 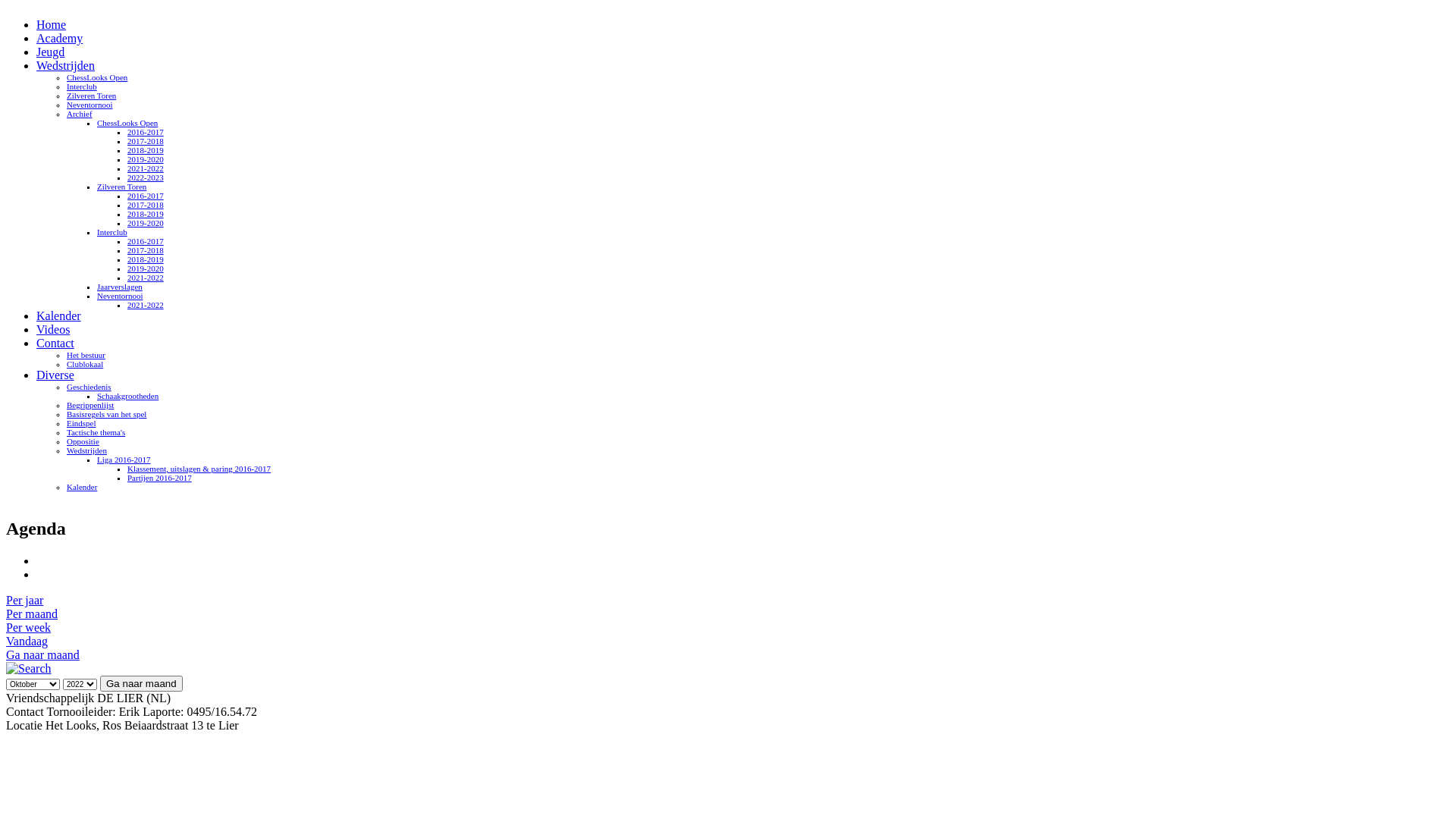 I want to click on '2021-2022', so click(x=146, y=304).